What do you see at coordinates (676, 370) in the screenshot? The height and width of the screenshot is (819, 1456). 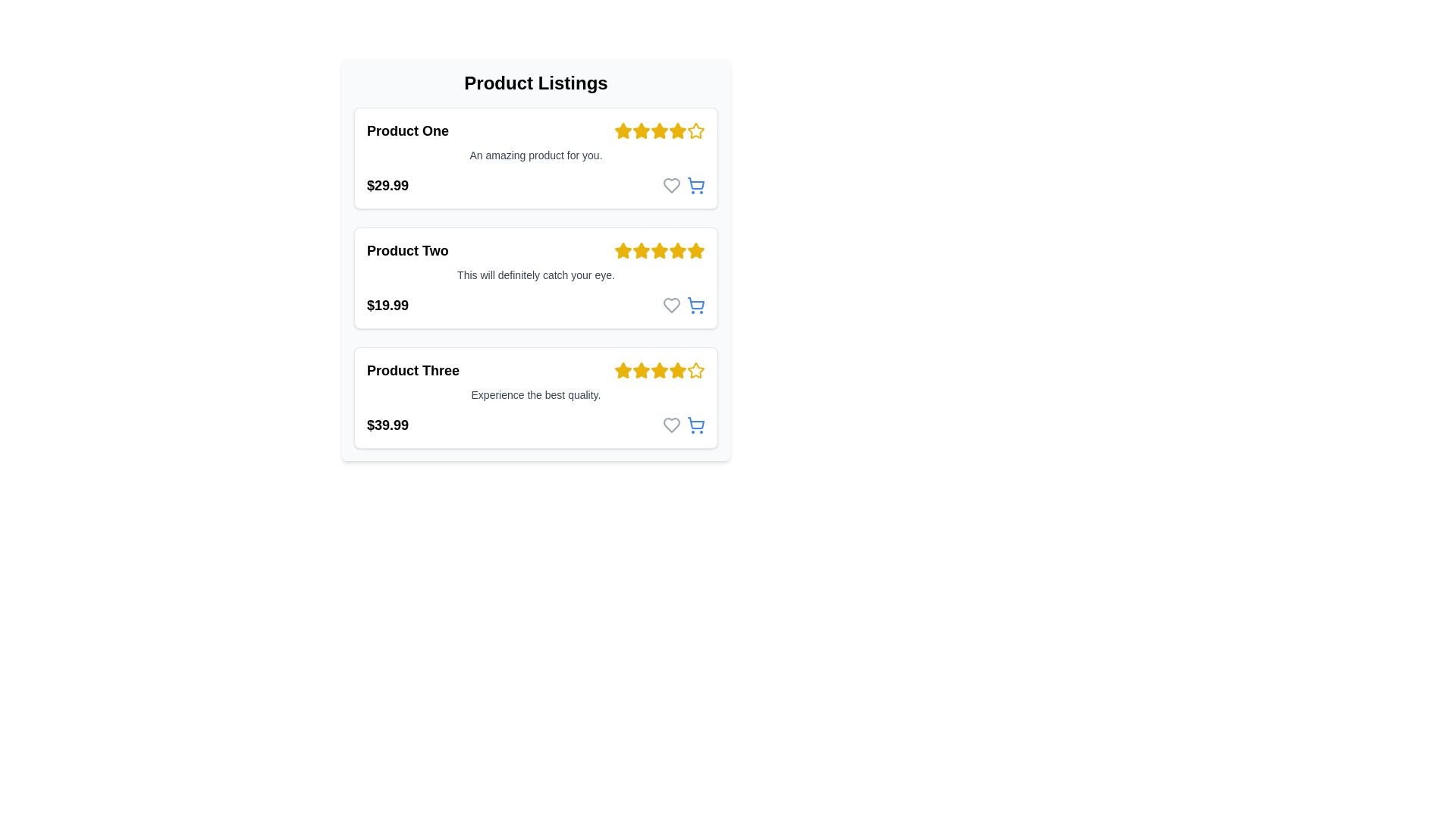 I see `across the star-shaped icon` at bounding box center [676, 370].